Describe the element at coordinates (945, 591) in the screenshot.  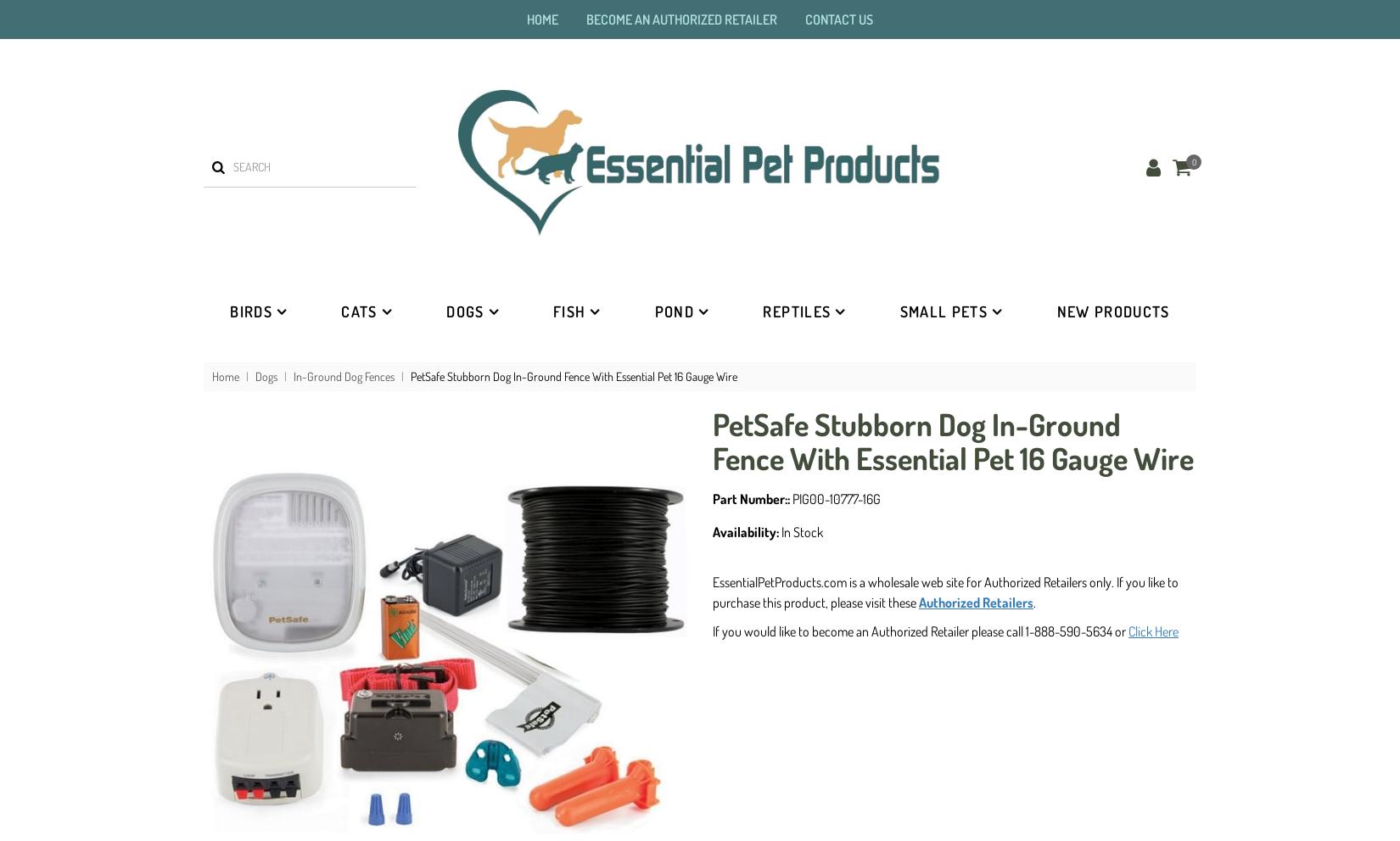
I see `'EssentialPetProducts.com is a wholesale web site for Authorized Retailers
only. If you like to purchase this product, please visit these'` at that location.